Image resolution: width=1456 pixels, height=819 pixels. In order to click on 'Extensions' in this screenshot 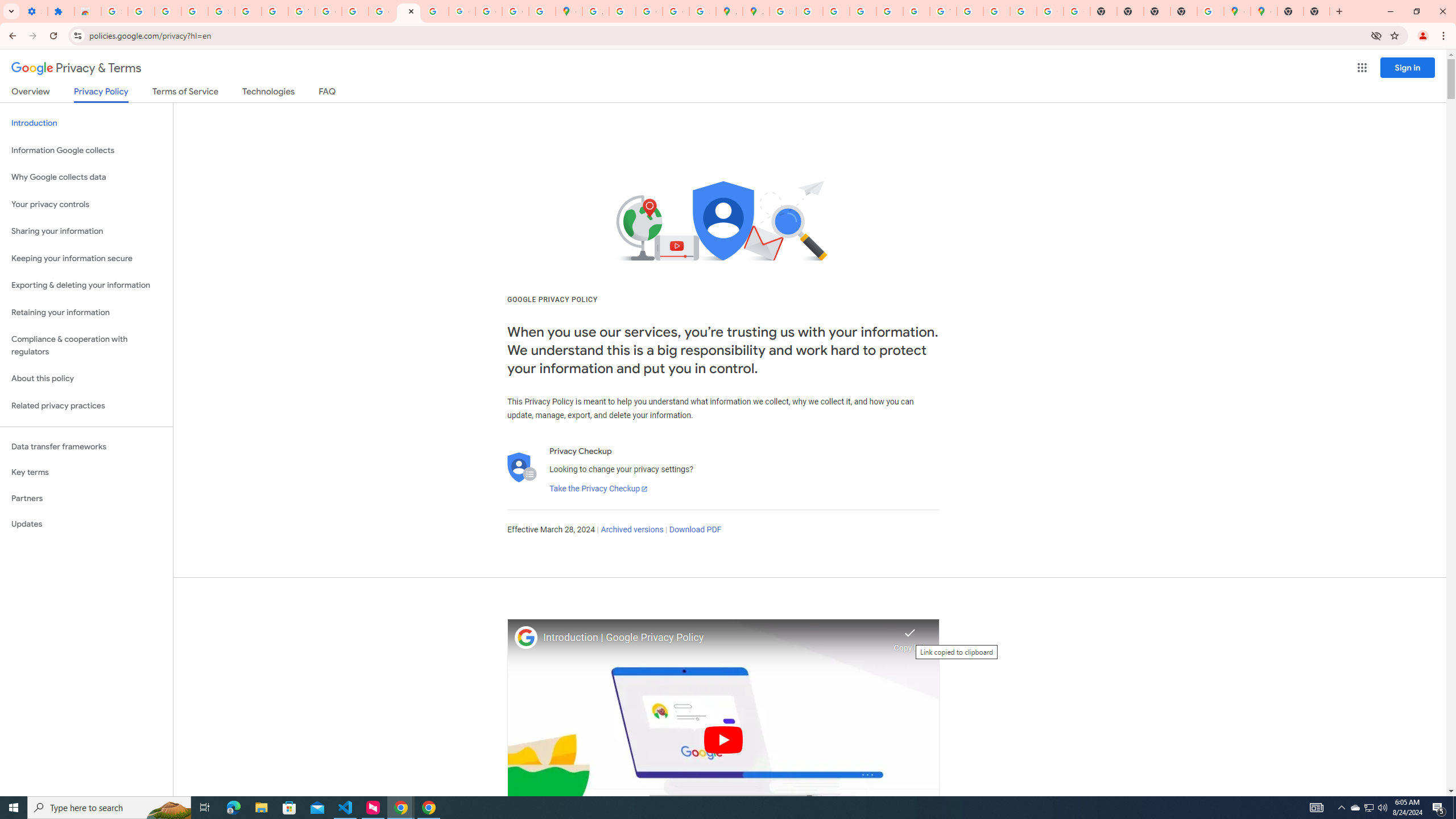, I will do `click(60, 11)`.